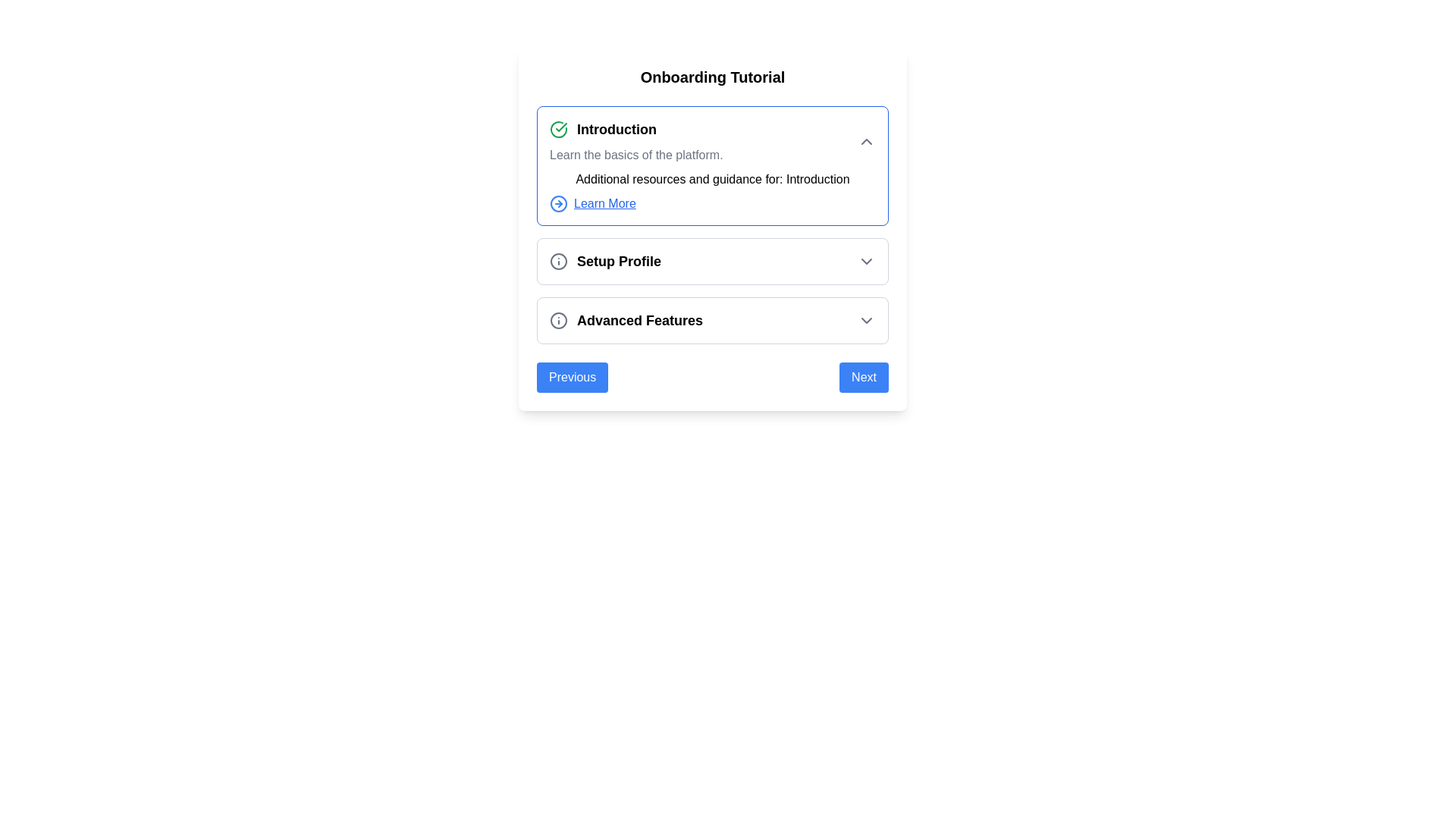 Image resolution: width=1456 pixels, height=819 pixels. I want to click on text content of the 'Setup Profile' label, which is a bold, large font string located in the onboarding steps under the 'Introduction' section, so click(619, 260).